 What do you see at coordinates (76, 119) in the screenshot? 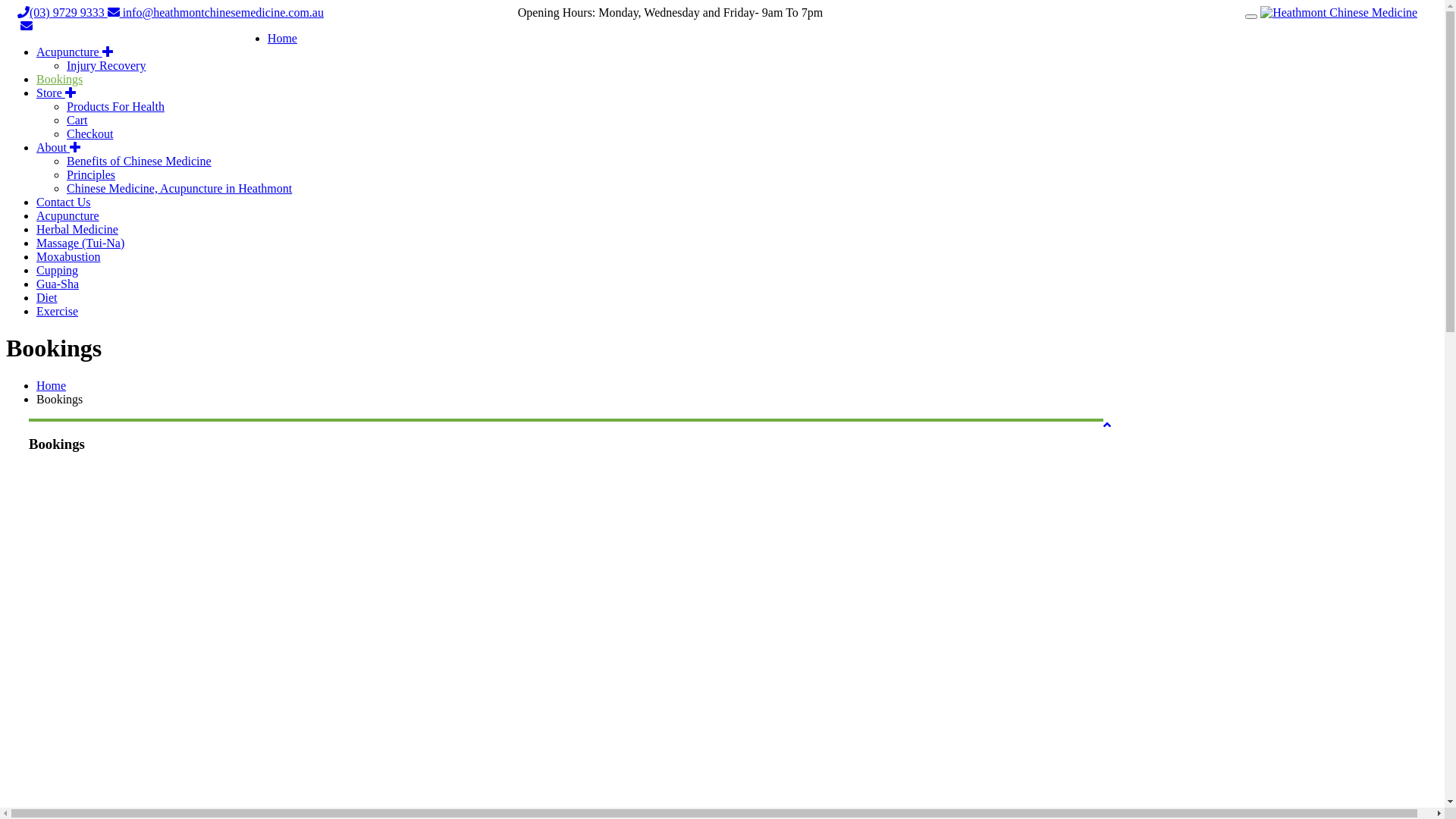
I see `'Cart'` at bounding box center [76, 119].